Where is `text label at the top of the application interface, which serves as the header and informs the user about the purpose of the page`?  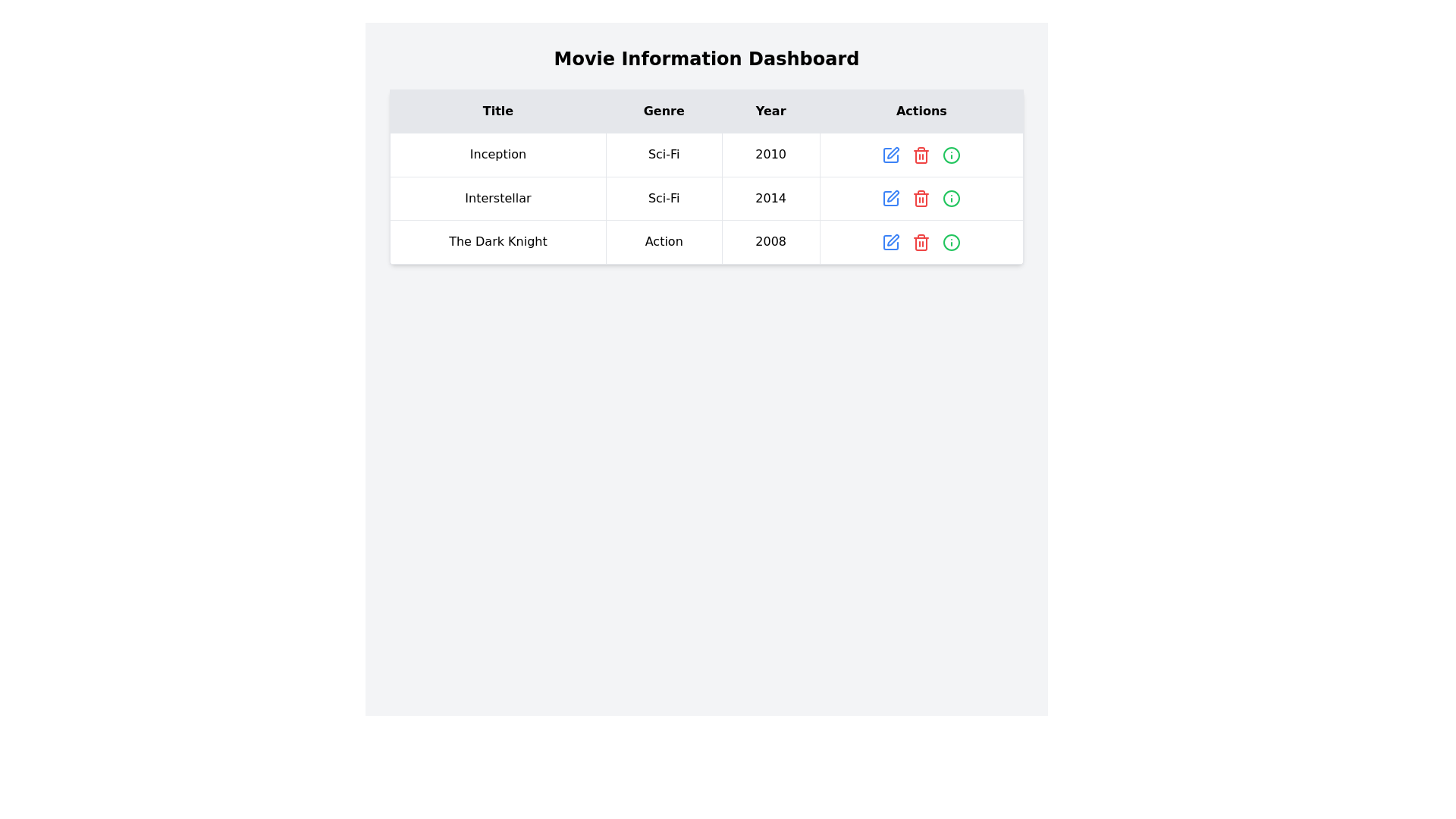 text label at the top of the application interface, which serves as the header and informs the user about the purpose of the page is located at coordinates (705, 58).